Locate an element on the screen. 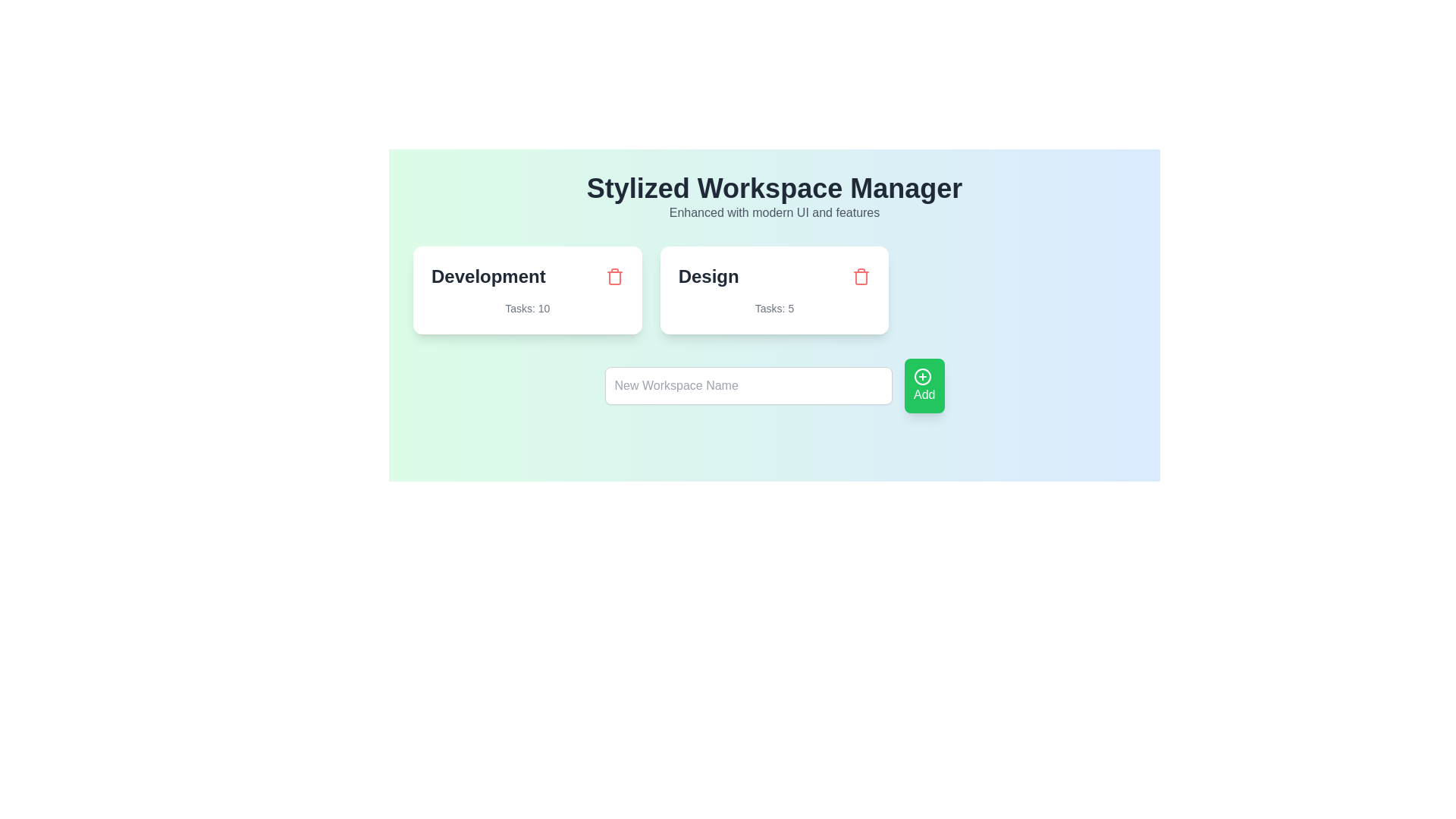  the circular icon with a plus symbol on a green button labeled 'Add' to initiate the add action is located at coordinates (922, 376).